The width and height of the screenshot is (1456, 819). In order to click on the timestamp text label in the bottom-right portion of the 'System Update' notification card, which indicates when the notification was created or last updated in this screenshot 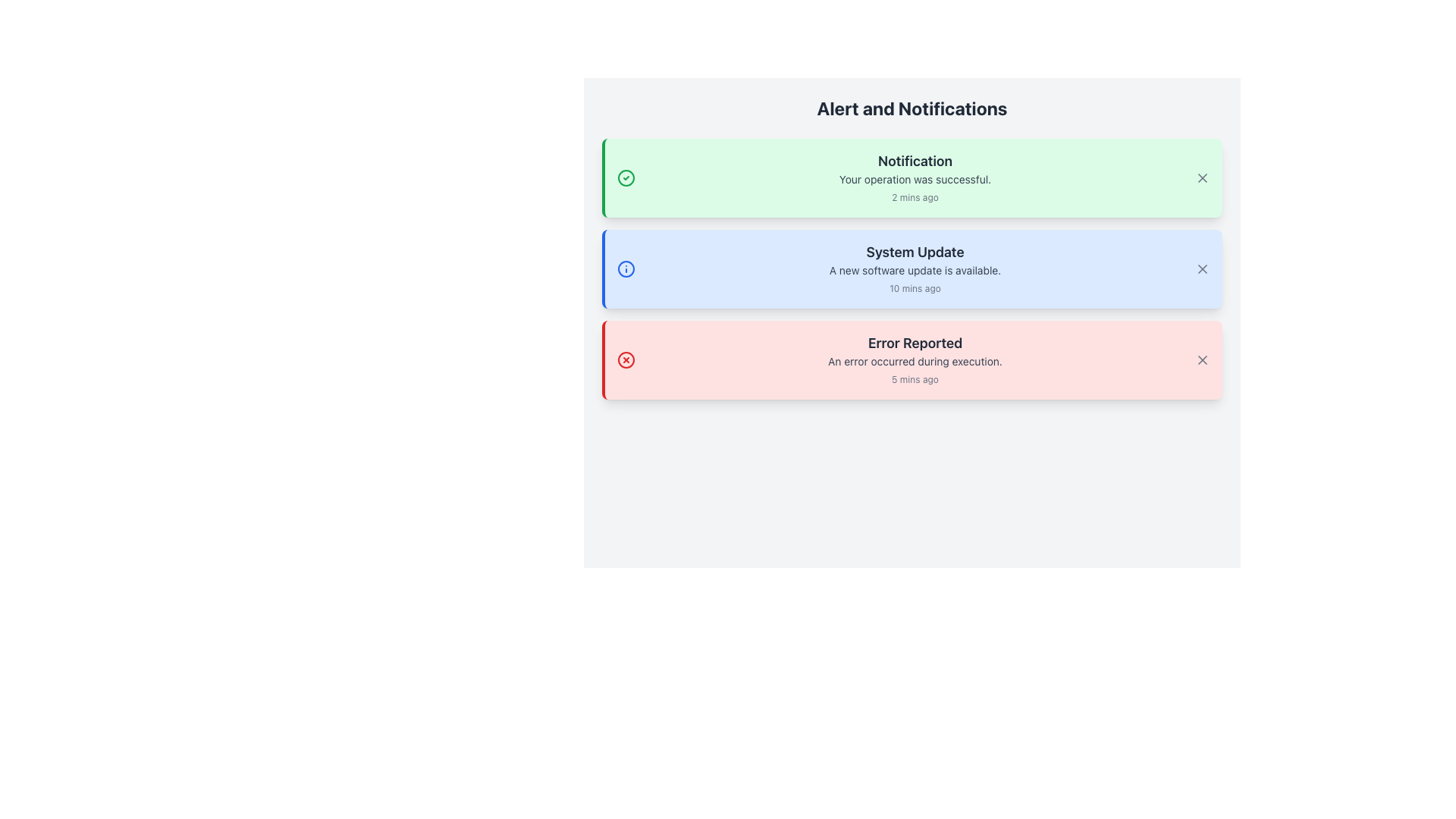, I will do `click(914, 288)`.